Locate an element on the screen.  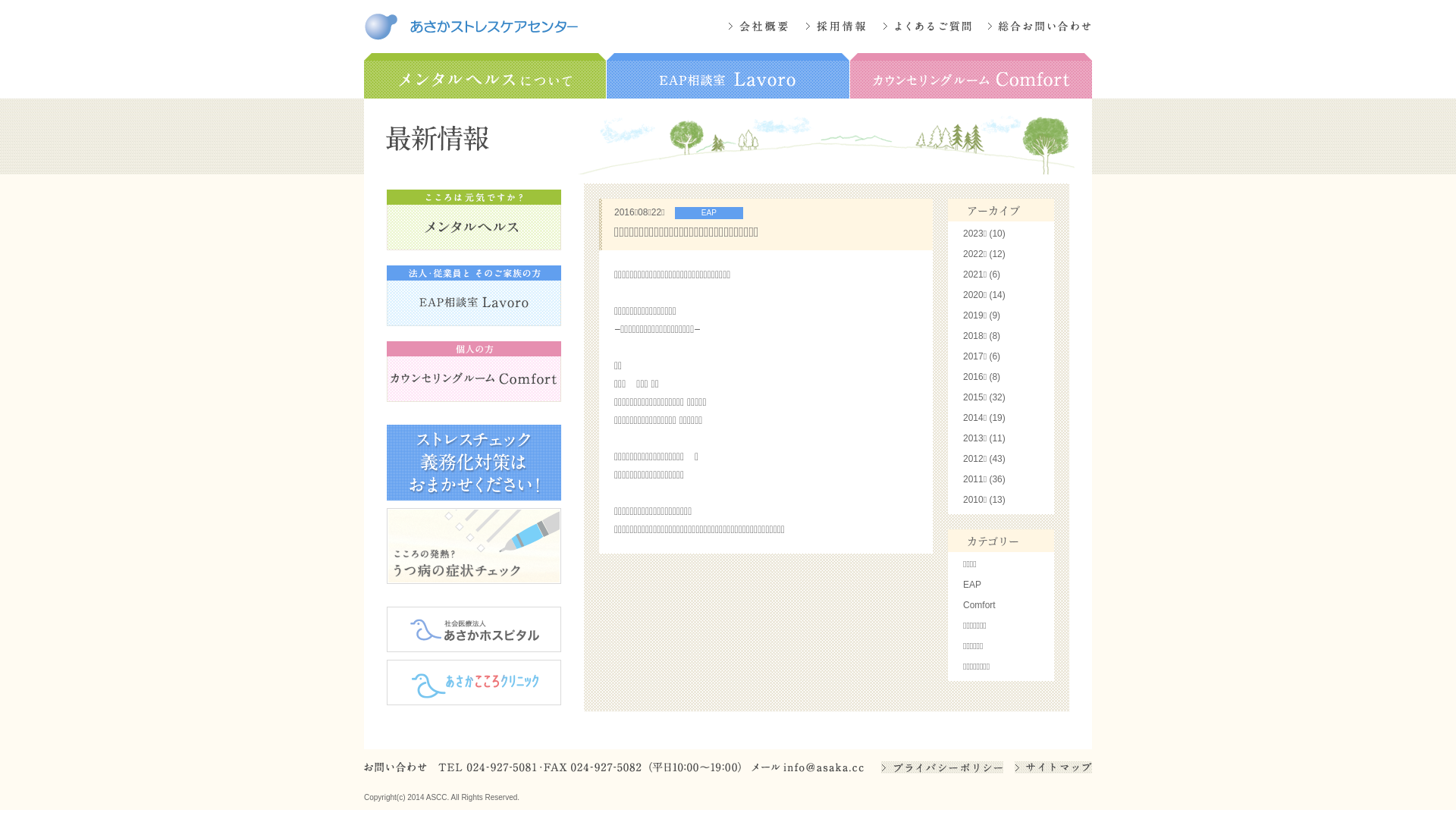
'Comfort' is located at coordinates (979, 604).